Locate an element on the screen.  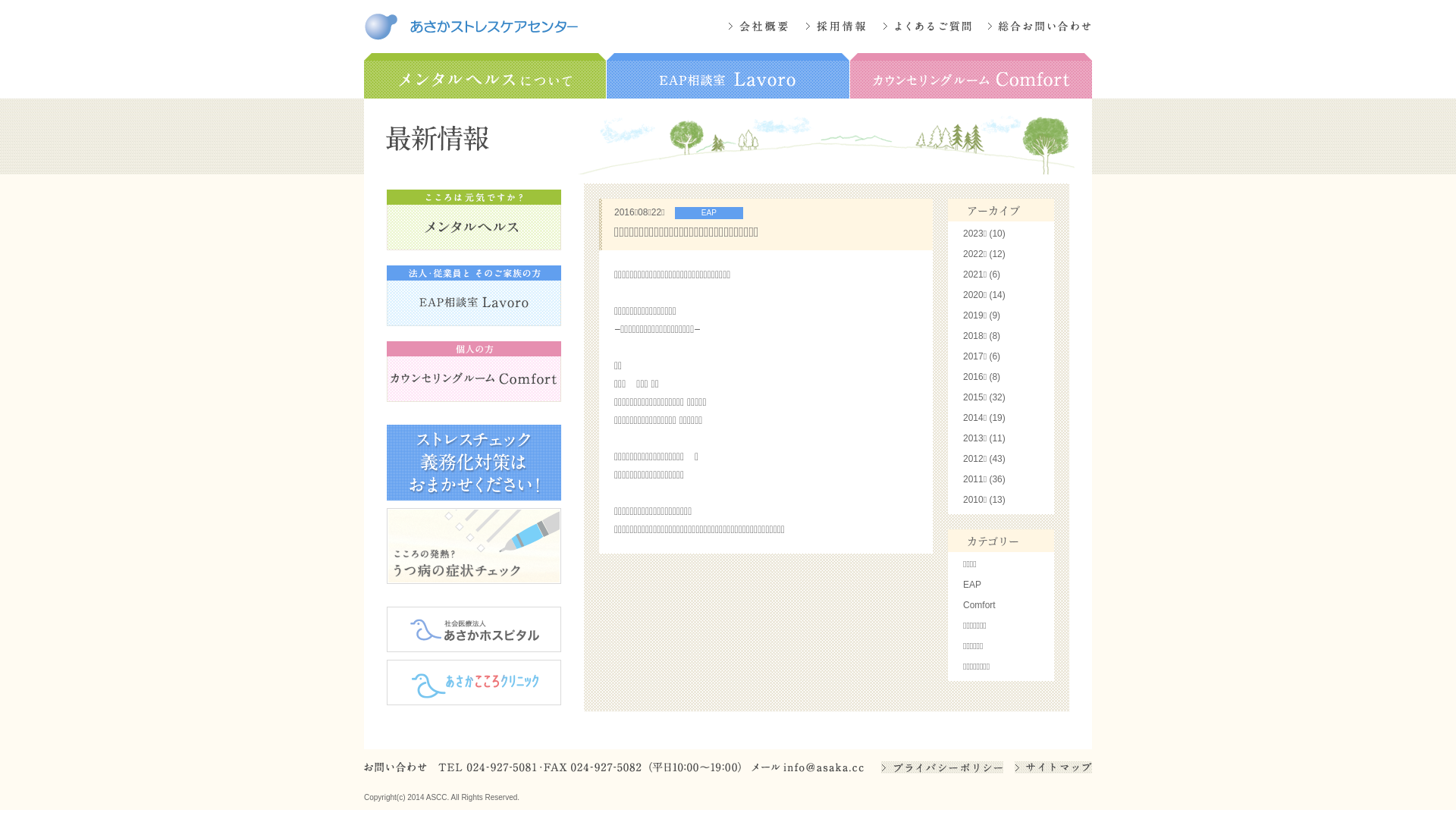
'Comfort' is located at coordinates (979, 604).